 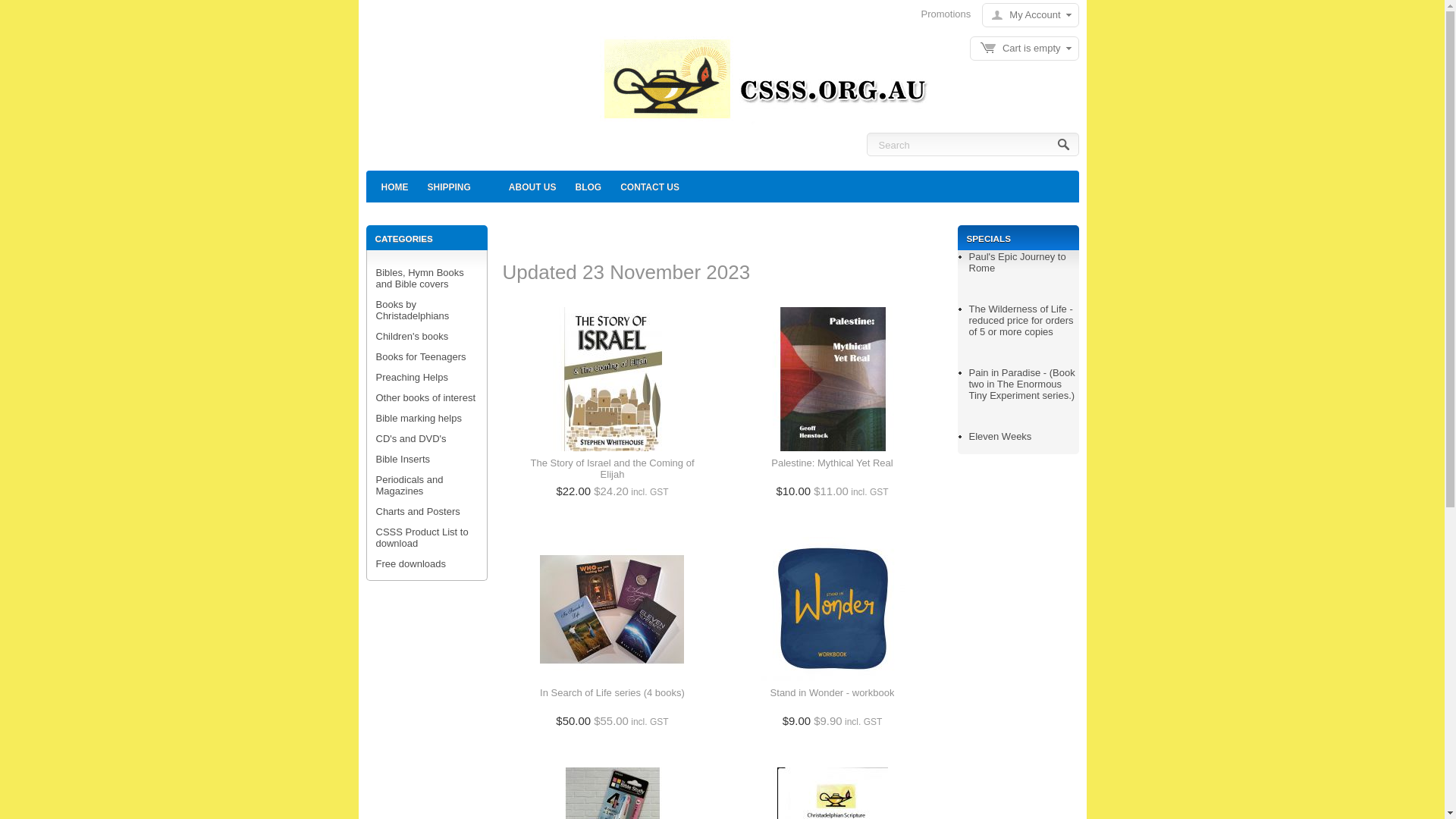 What do you see at coordinates (532, 186) in the screenshot?
I see `'ABOUT US'` at bounding box center [532, 186].